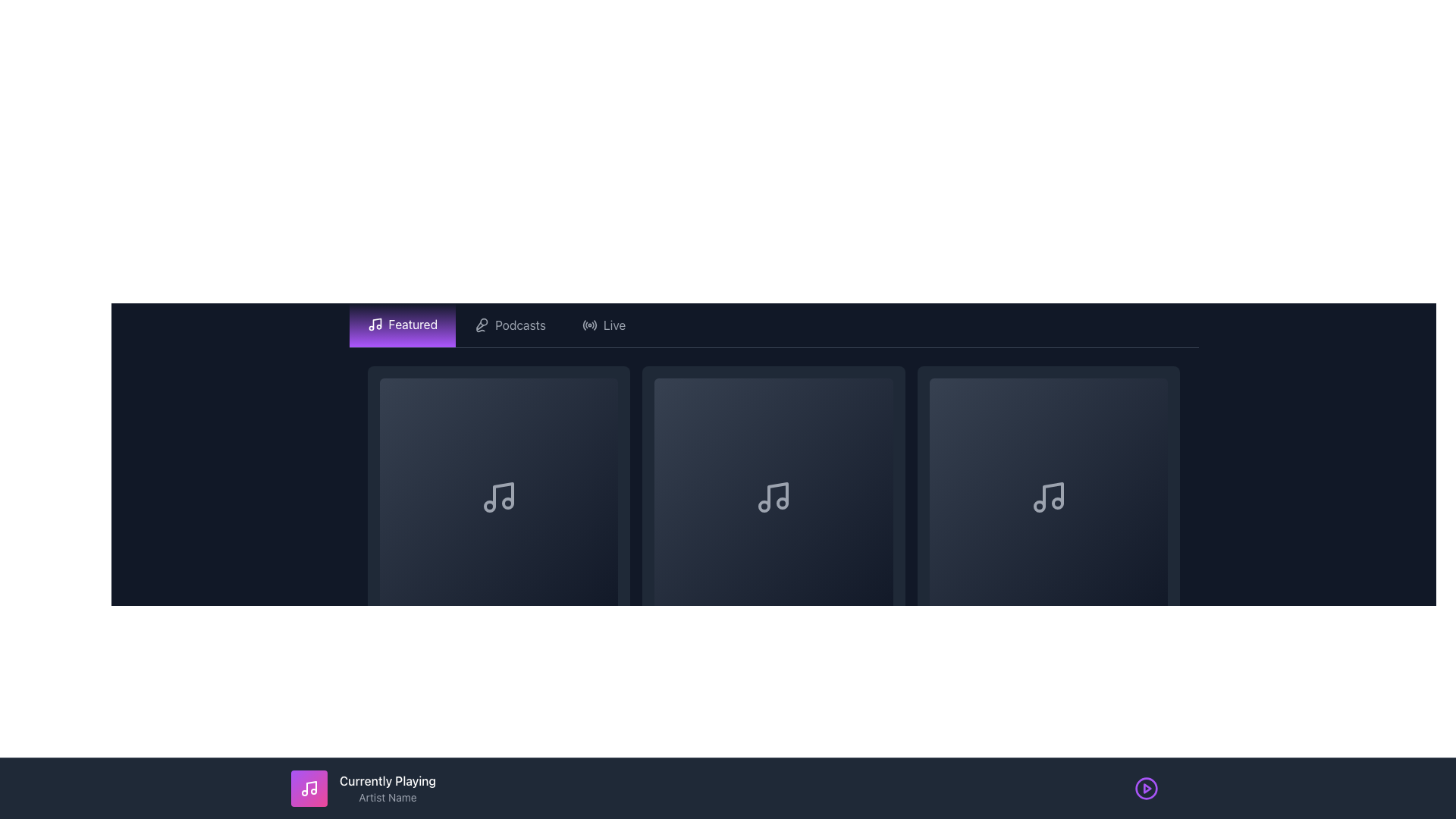  What do you see at coordinates (309, 788) in the screenshot?
I see `visual feedback from the unique music note icon, which is styled with a modern SVG design and located near the bottom left section of the interface, adjacent to the text label 'Currently Playing - Artist Name'` at bounding box center [309, 788].